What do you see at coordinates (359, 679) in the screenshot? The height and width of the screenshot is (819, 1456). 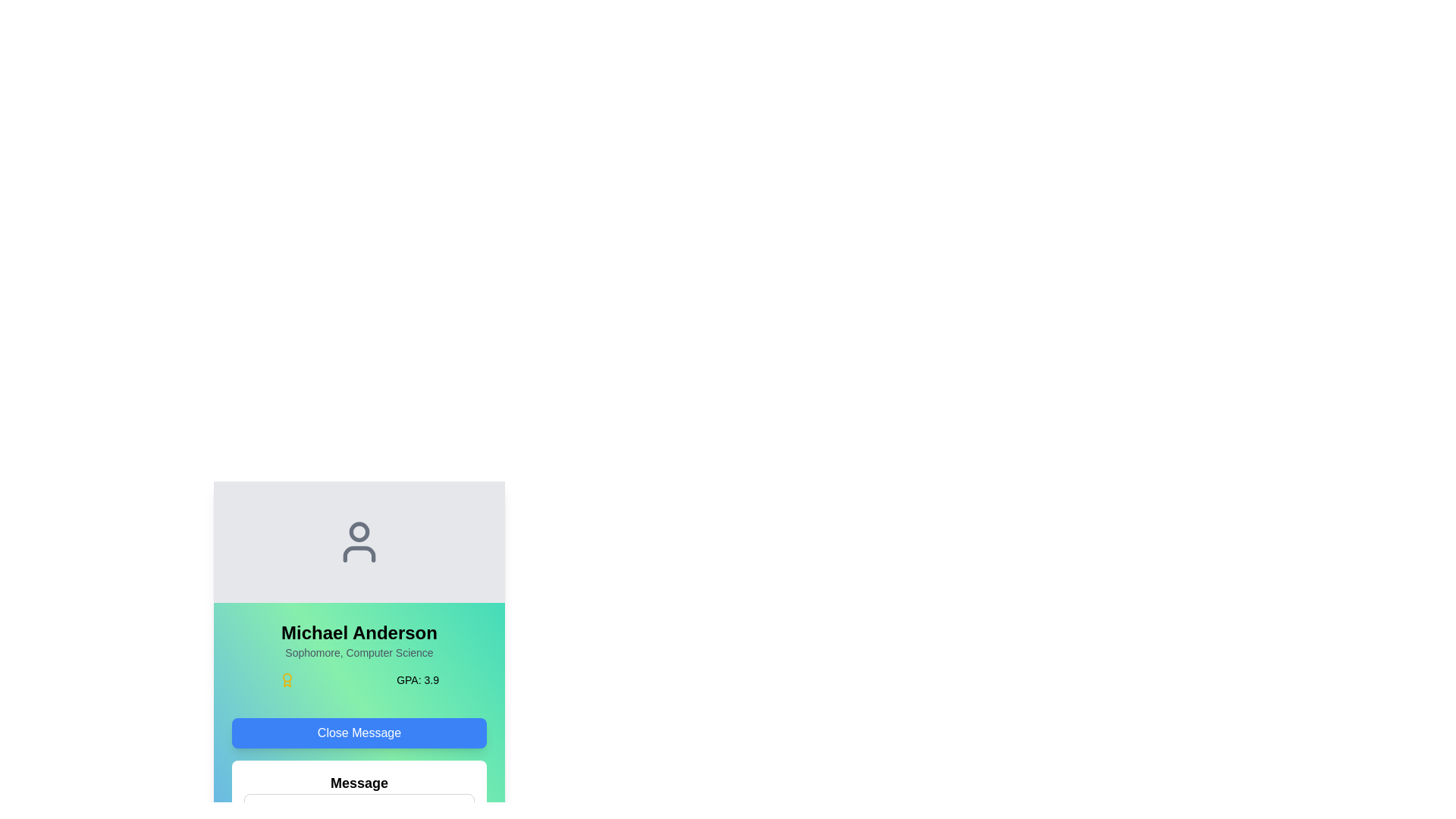 I see `the Text label displaying the Grade Point Average (GPA) of the user` at bounding box center [359, 679].